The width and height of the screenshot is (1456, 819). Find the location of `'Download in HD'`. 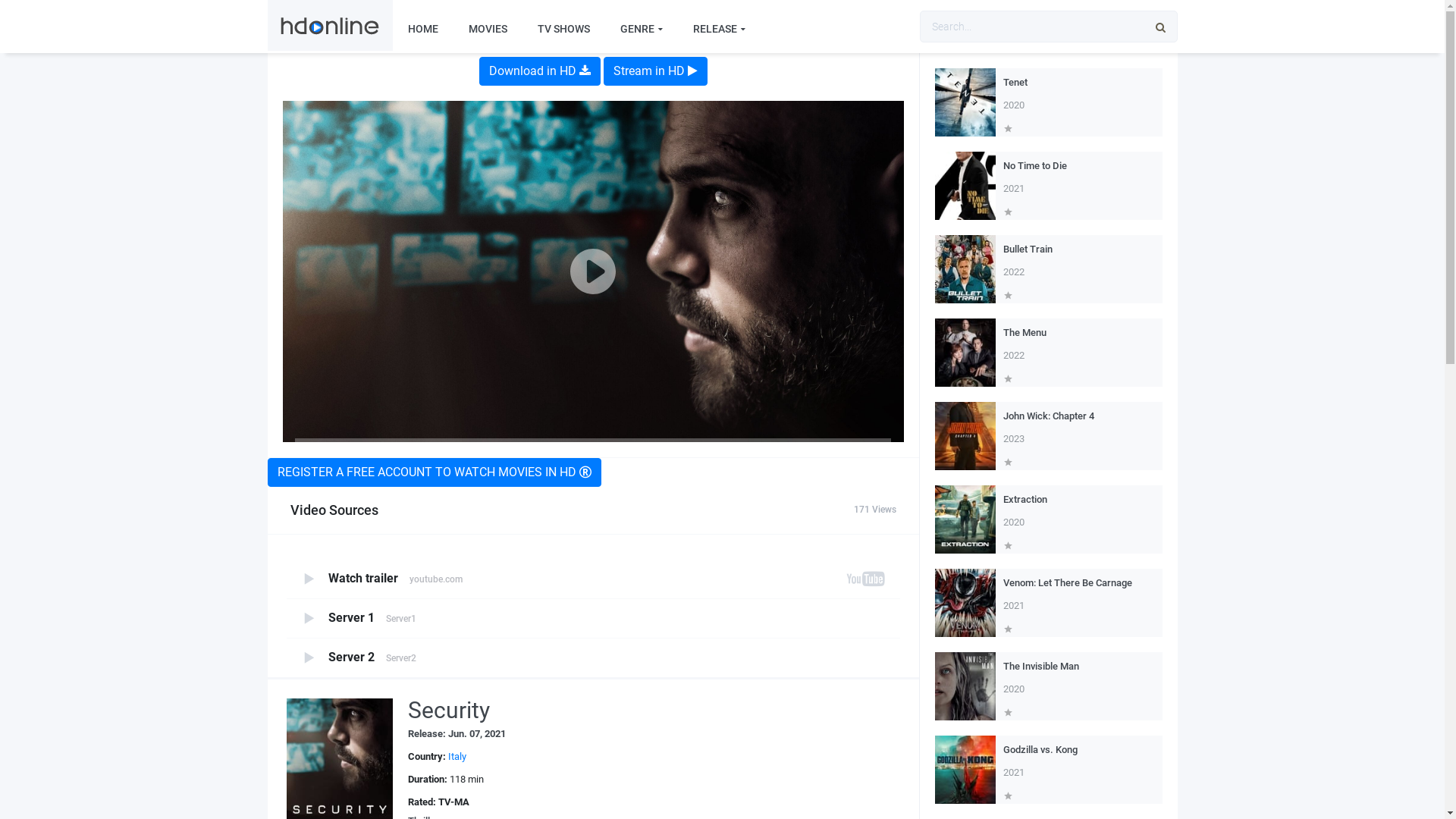

'Download in HD' is located at coordinates (539, 71).